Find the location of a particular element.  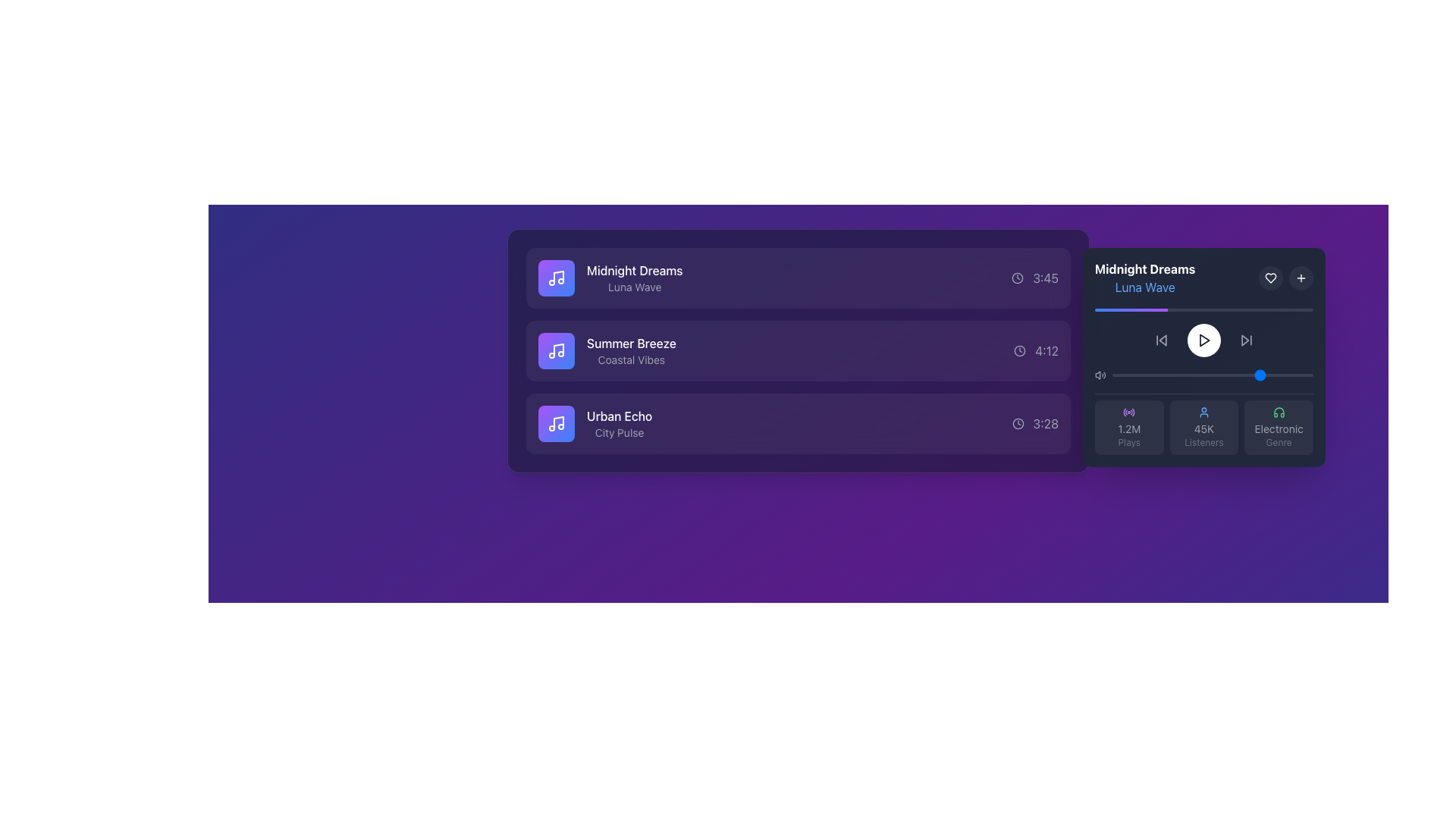

the Text Display element that shows the number of plays, located in the 'Plays' section at the bottom-left of the panel is located at coordinates (1129, 429).